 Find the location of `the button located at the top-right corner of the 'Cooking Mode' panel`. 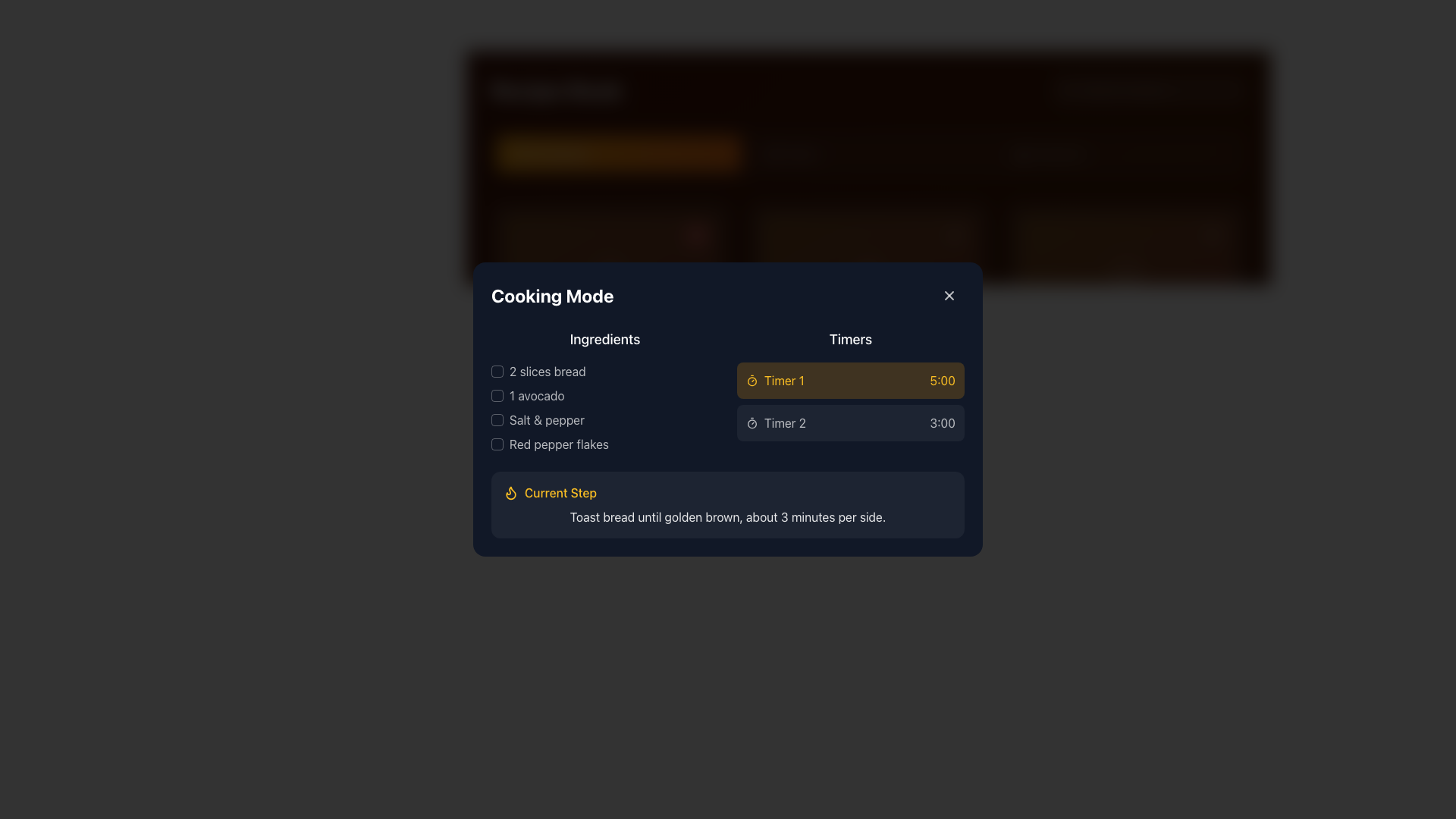

the button located at the top-right corner of the 'Cooking Mode' panel is located at coordinates (949, 295).